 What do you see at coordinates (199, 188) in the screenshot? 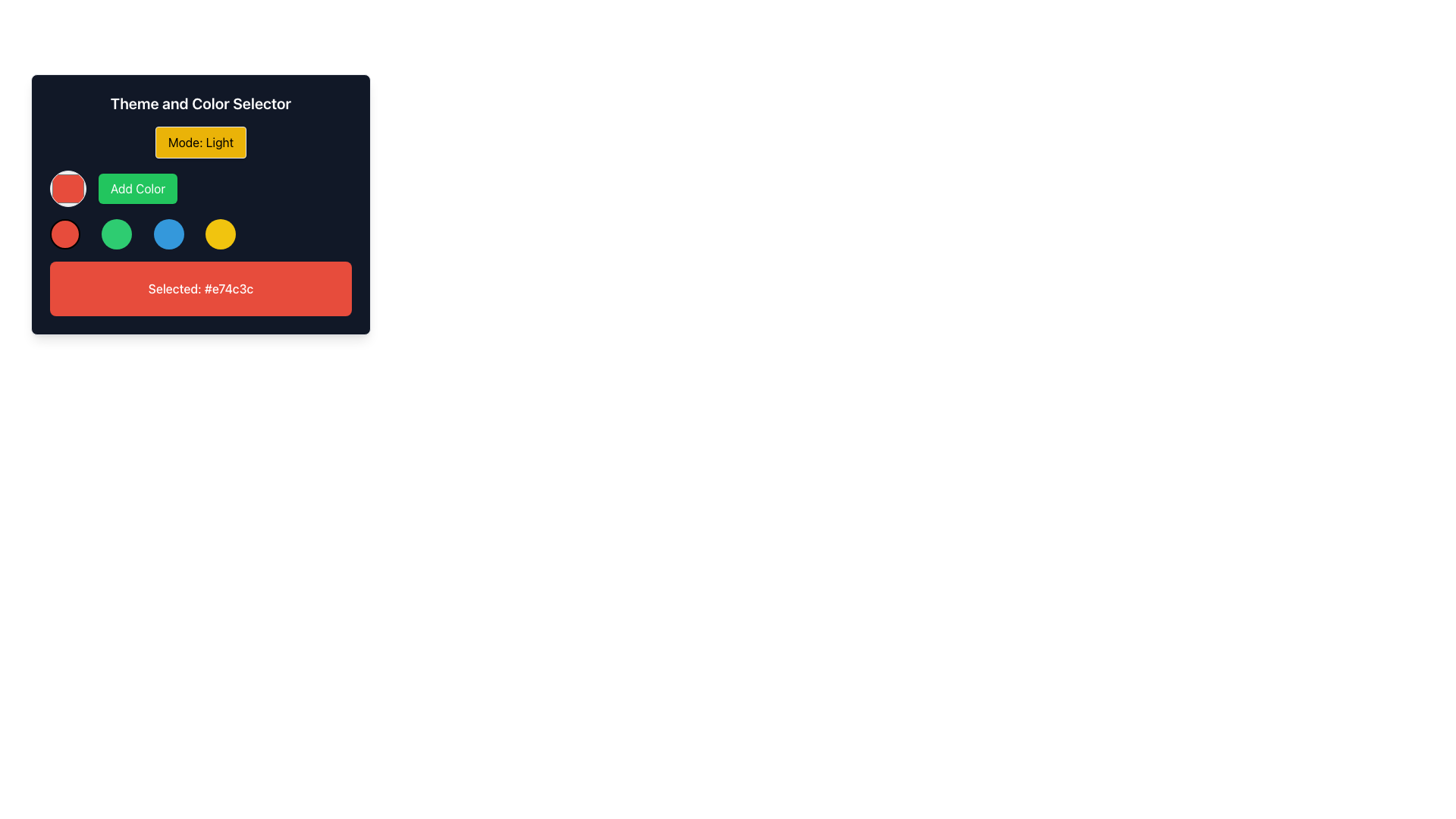
I see `the 'Add Color' green button located on the right side of the Composite containing a color toggle and an action button, which is positioned within a dark-themed card interface` at bounding box center [199, 188].